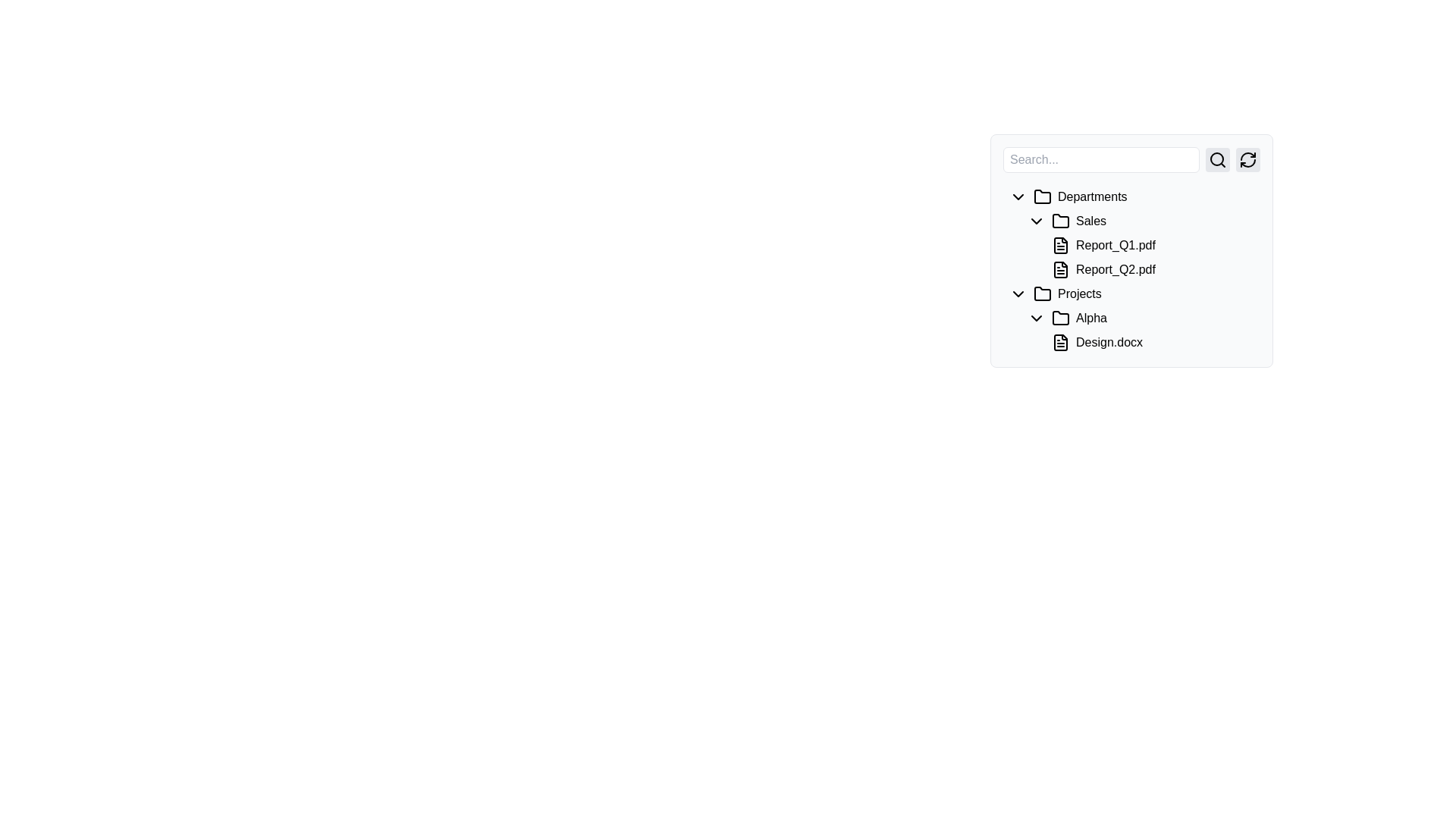 This screenshot has height=819, width=1456. I want to click on the file icon representing 'Report_Q2.pdf' located under the 'Sales' folder in the navigation interface, so click(1059, 268).